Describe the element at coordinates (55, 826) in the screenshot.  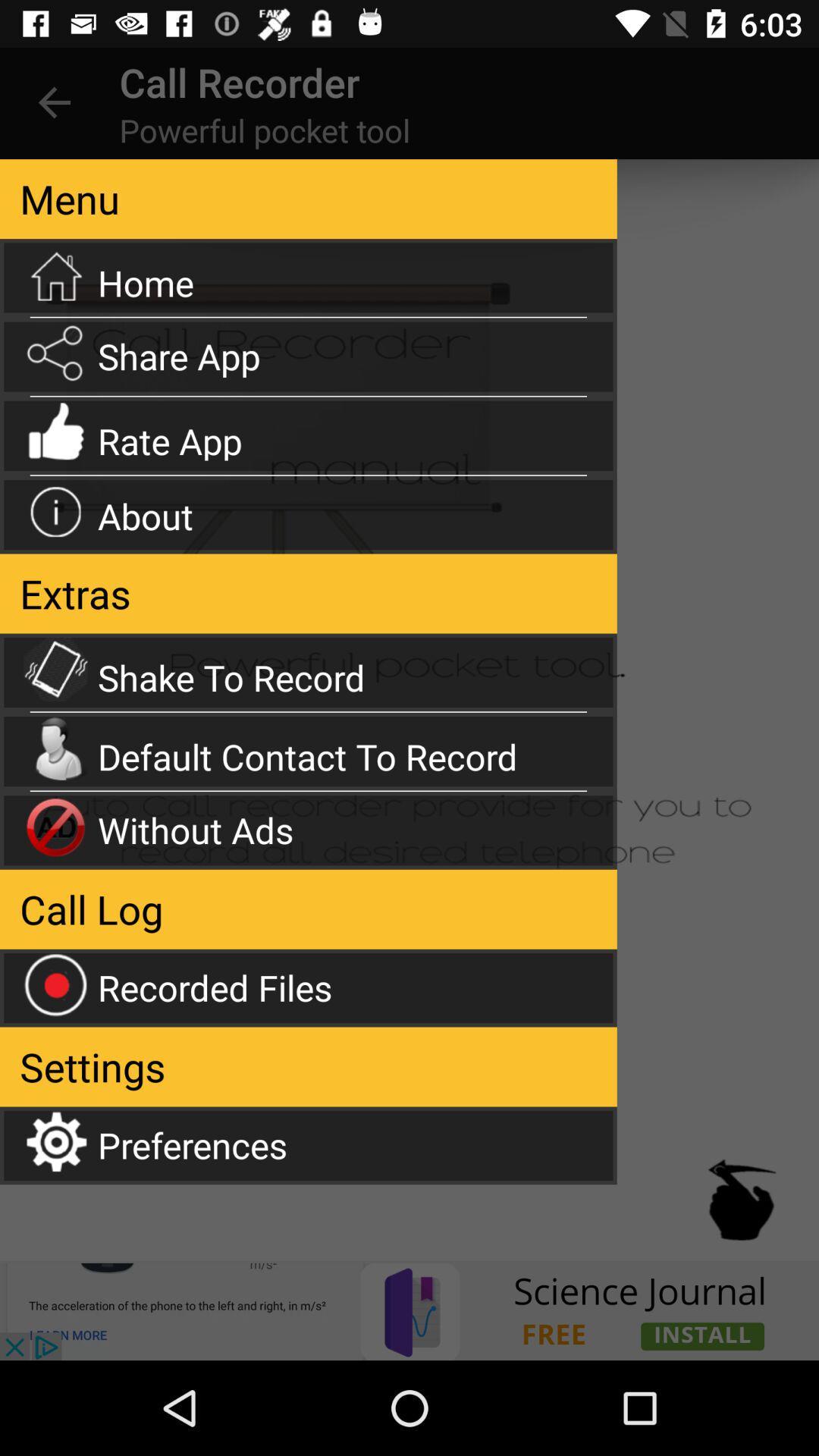
I see `the icon beside without ads` at that location.